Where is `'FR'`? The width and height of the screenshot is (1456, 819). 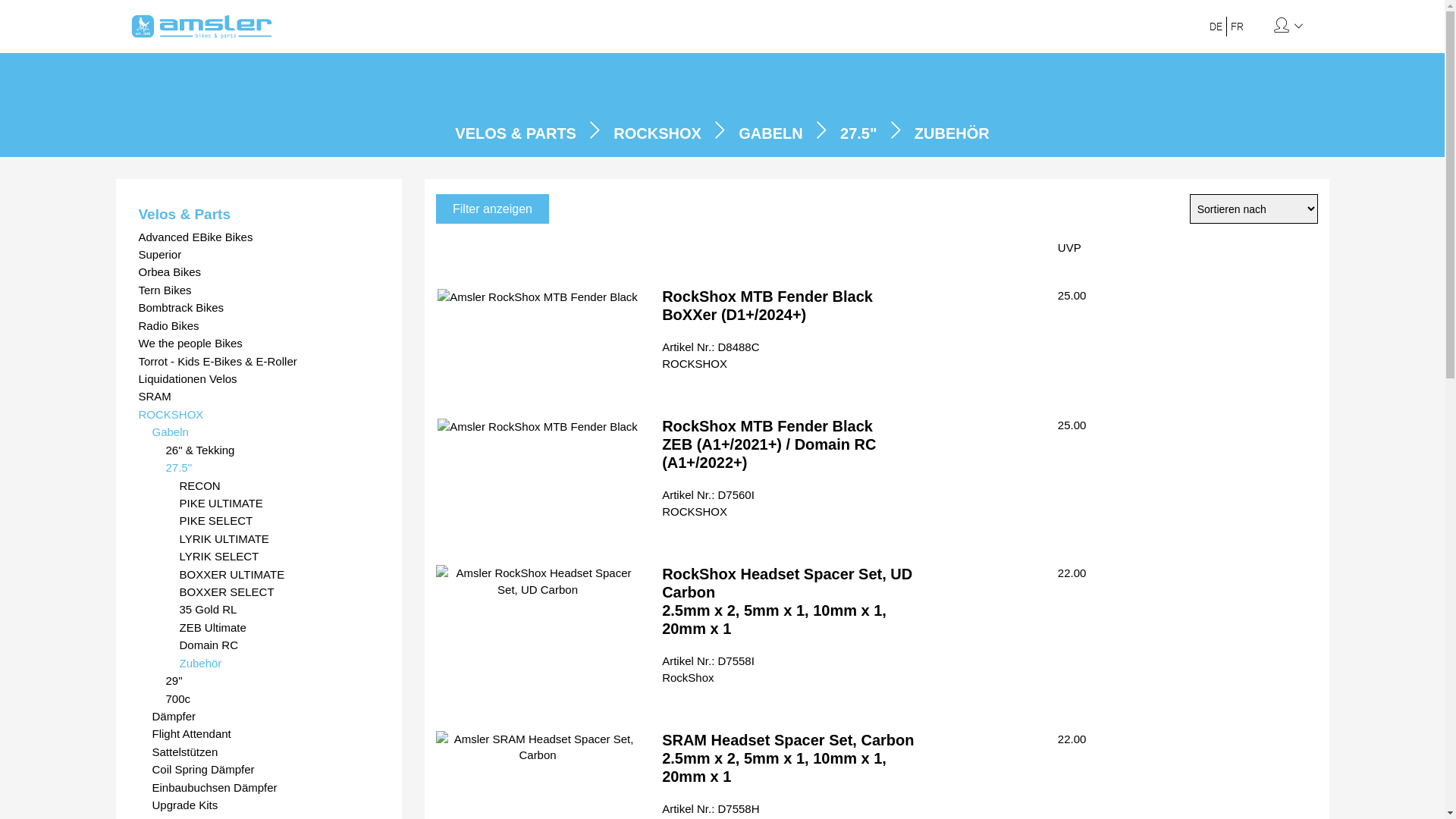
'FR' is located at coordinates (1237, 26).